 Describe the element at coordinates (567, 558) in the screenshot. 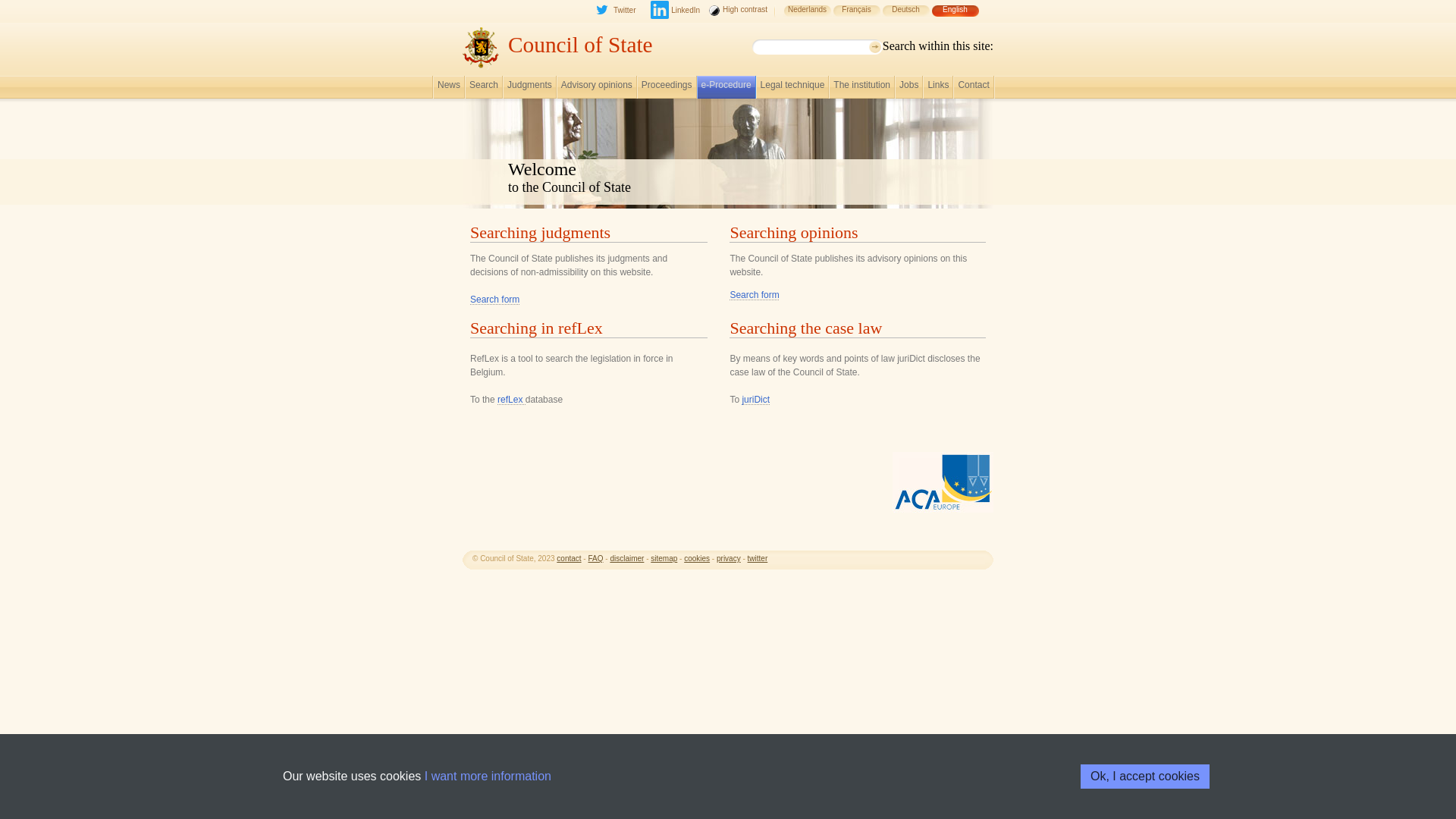

I see `'contact'` at that location.